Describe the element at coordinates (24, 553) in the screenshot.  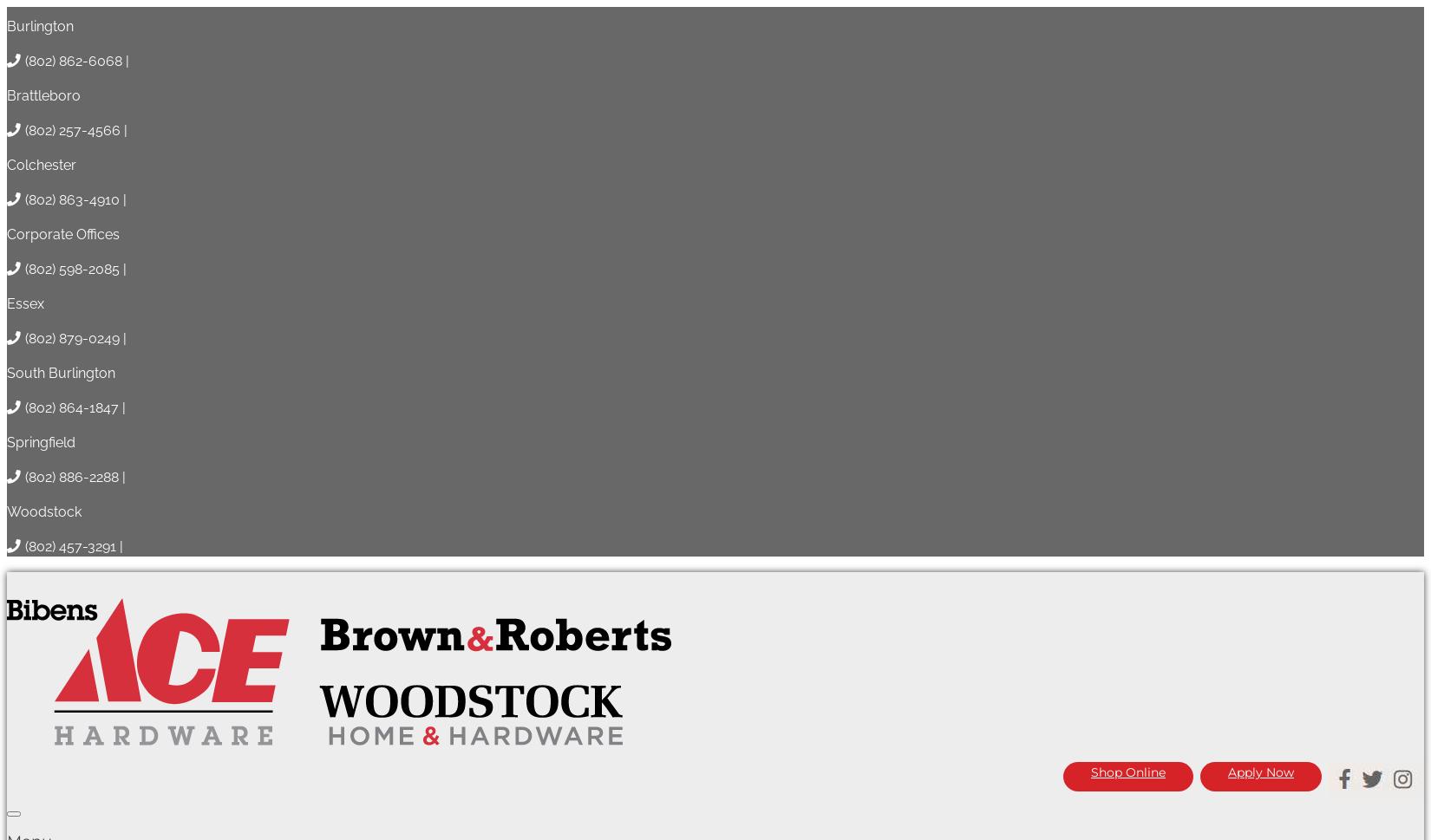
I see `'Basil'` at that location.